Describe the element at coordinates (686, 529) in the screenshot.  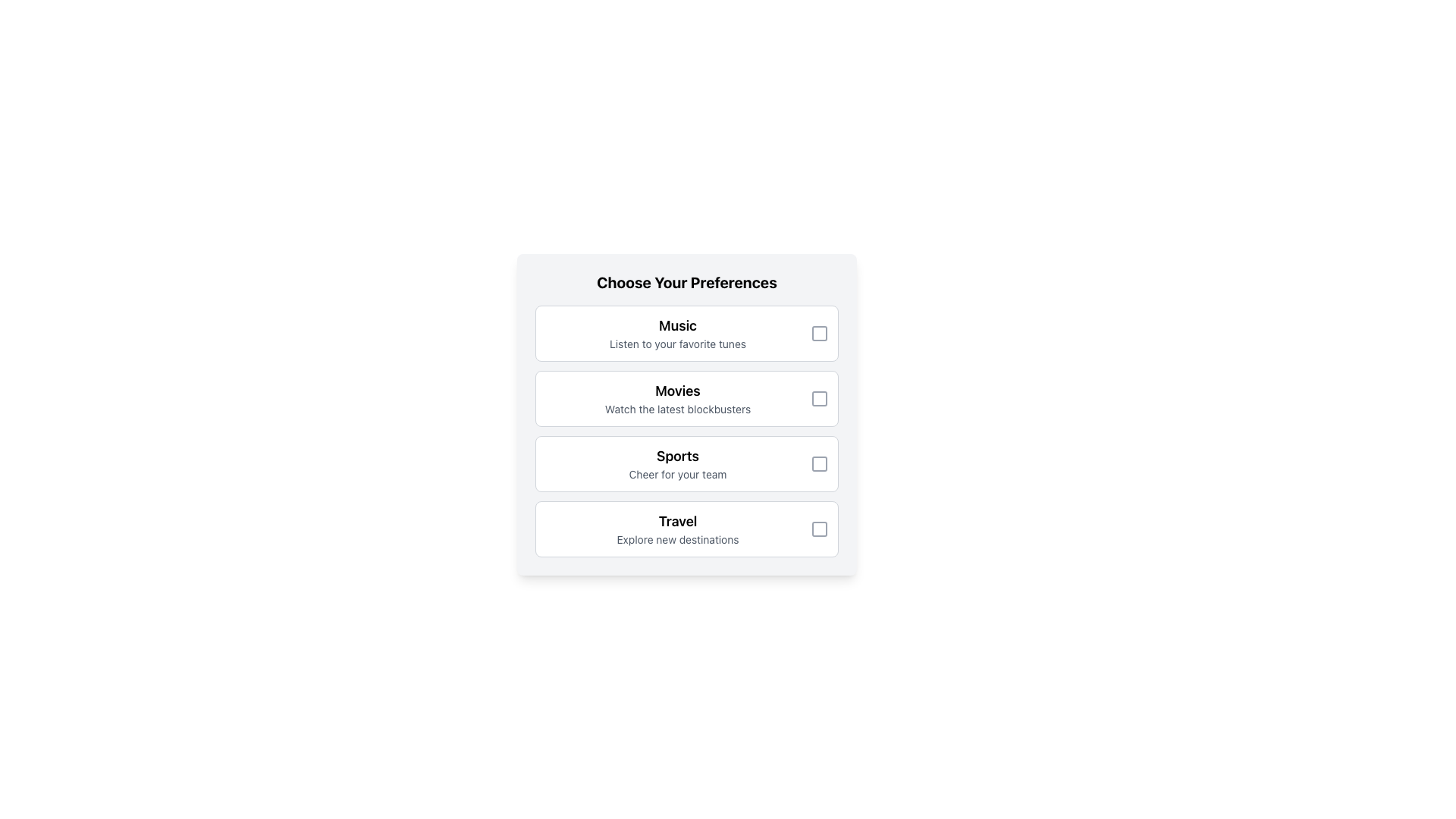
I see `the 'Travel' option card with the checkbox and descriptive text 'Explore new destinations' located in the vertical list labeled 'Choose Your Preferences'` at that location.